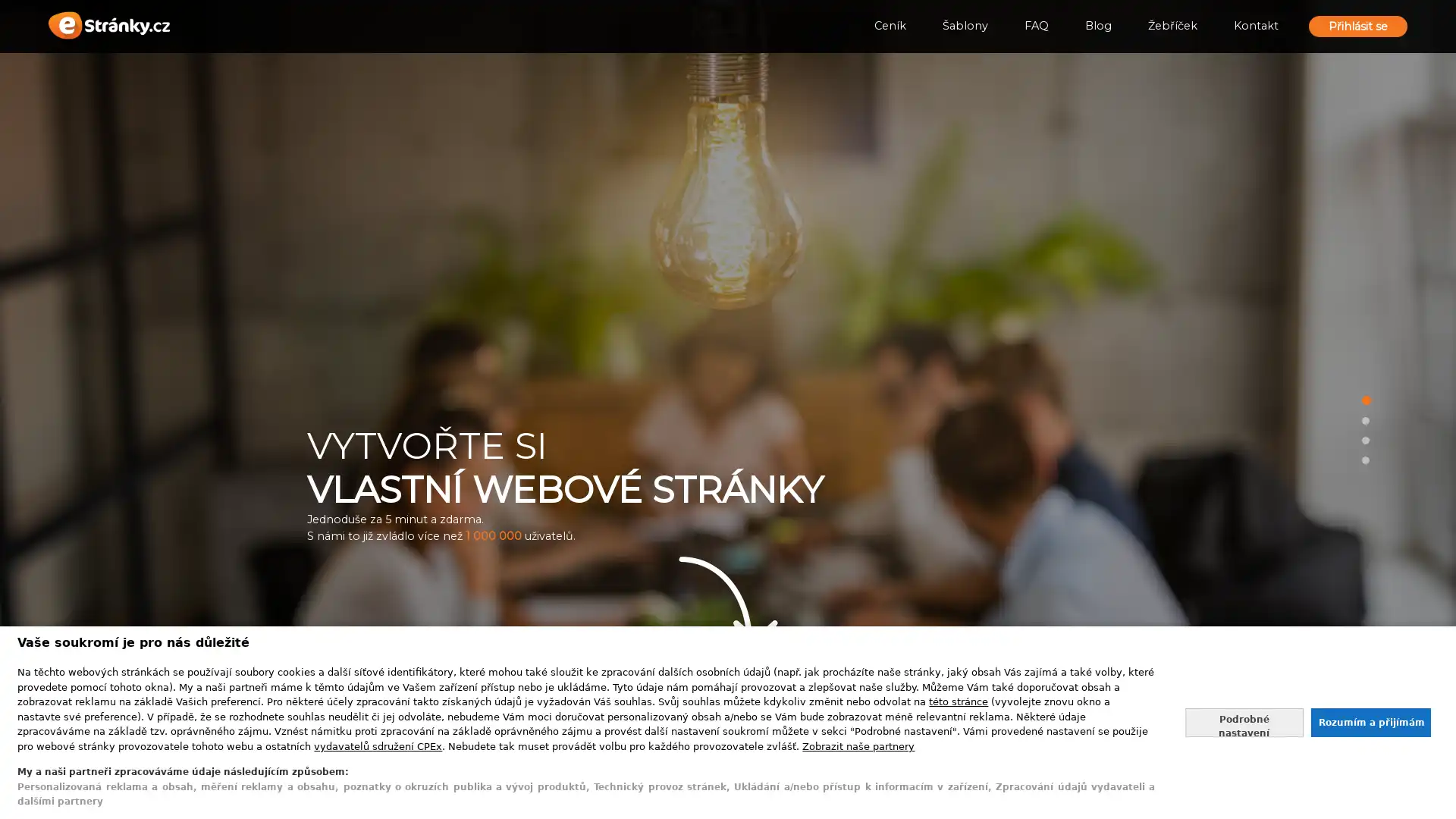  What do you see at coordinates (1357, 26) in the screenshot?
I see `Prihlasit se` at bounding box center [1357, 26].